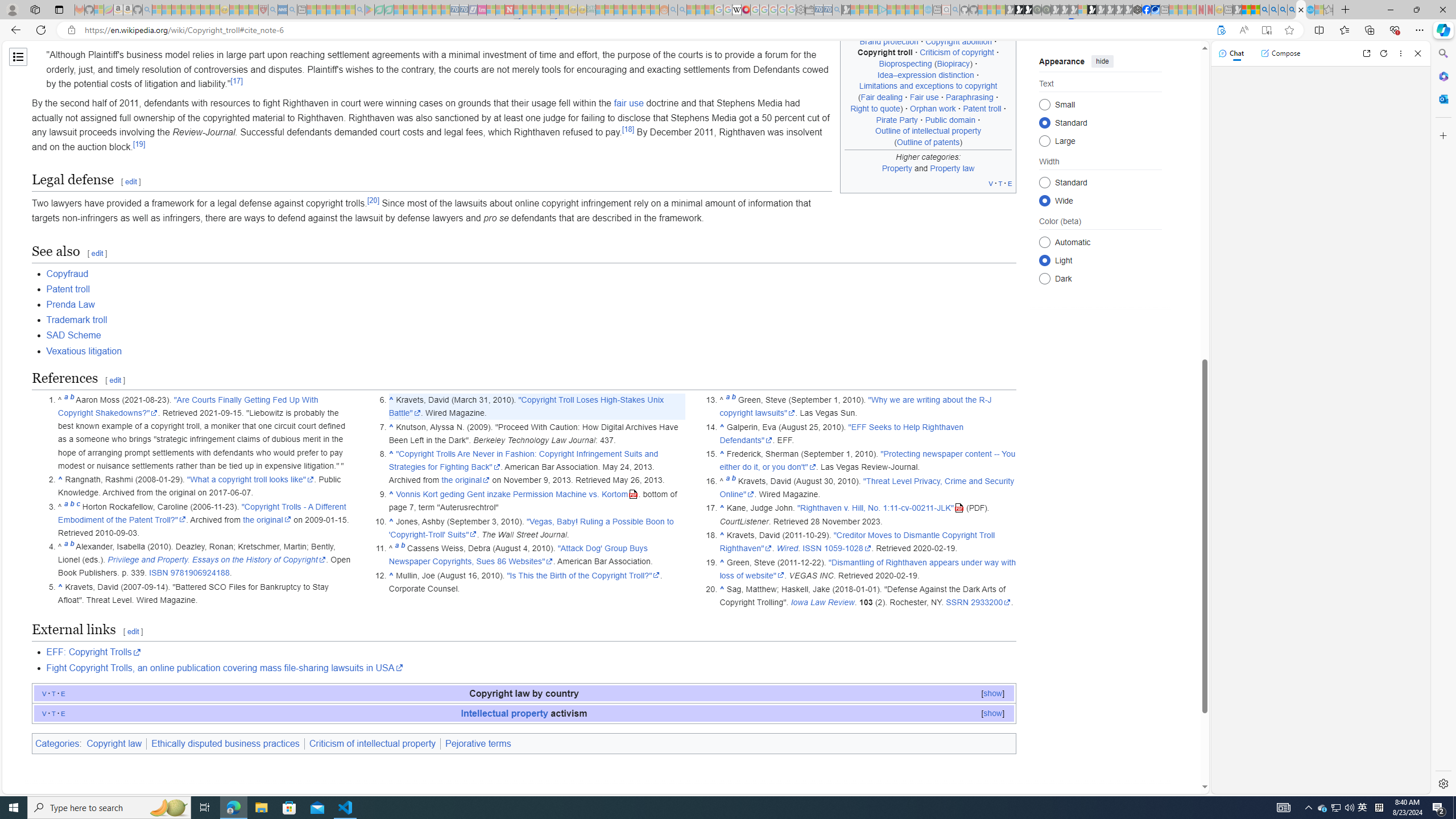  I want to click on 'Criticism of copyright', so click(957, 52).